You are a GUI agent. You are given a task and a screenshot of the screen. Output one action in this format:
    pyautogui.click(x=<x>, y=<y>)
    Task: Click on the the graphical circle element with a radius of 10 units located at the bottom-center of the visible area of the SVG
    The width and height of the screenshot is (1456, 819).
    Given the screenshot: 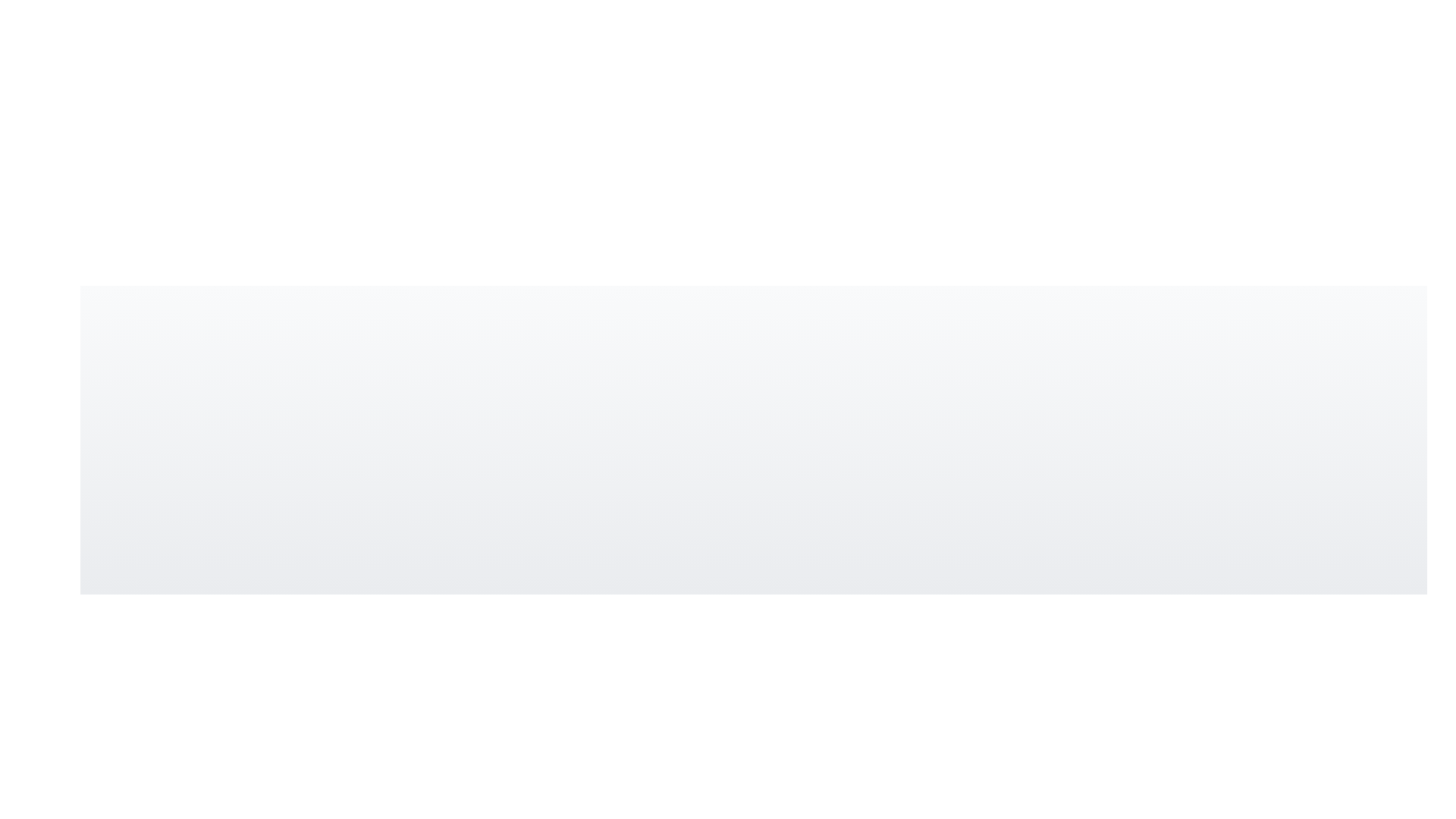 What is the action you would take?
    pyautogui.click(x=753, y=699)
    